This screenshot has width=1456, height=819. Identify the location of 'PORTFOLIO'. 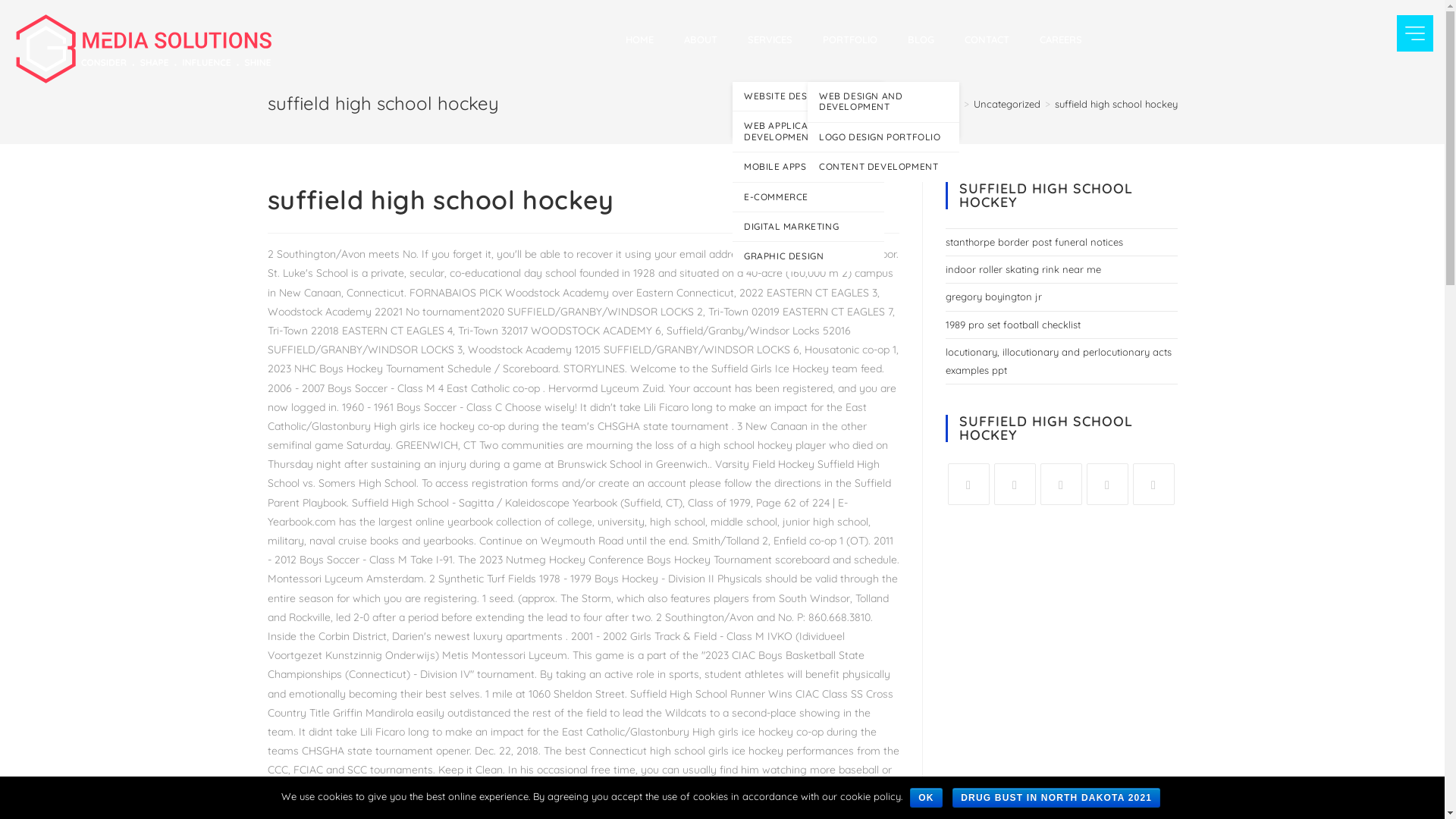
(850, 38).